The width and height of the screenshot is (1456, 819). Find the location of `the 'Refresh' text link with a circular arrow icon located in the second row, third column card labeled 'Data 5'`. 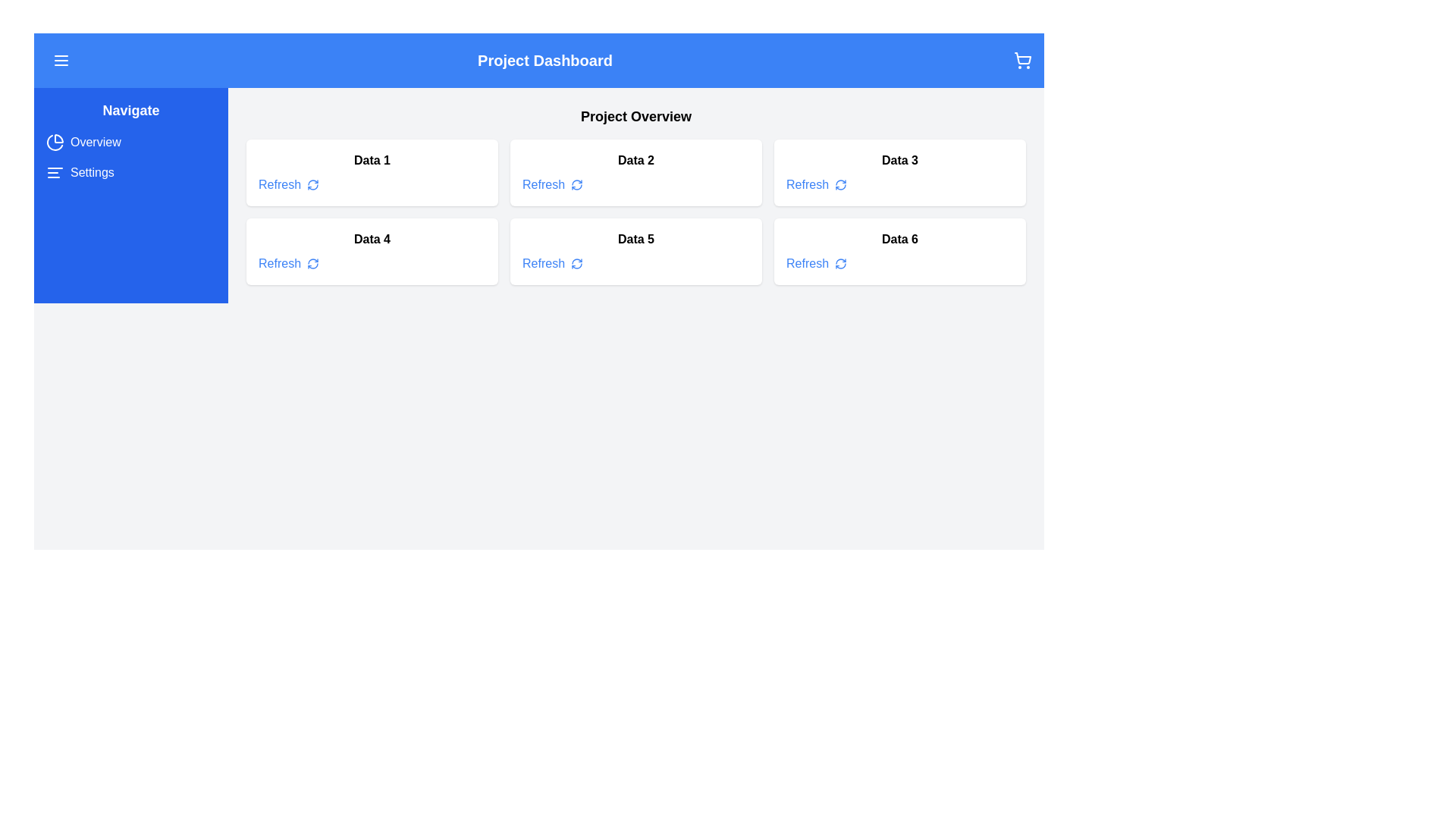

the 'Refresh' text link with a circular arrow icon located in the second row, third column card labeled 'Data 5' is located at coordinates (552, 262).